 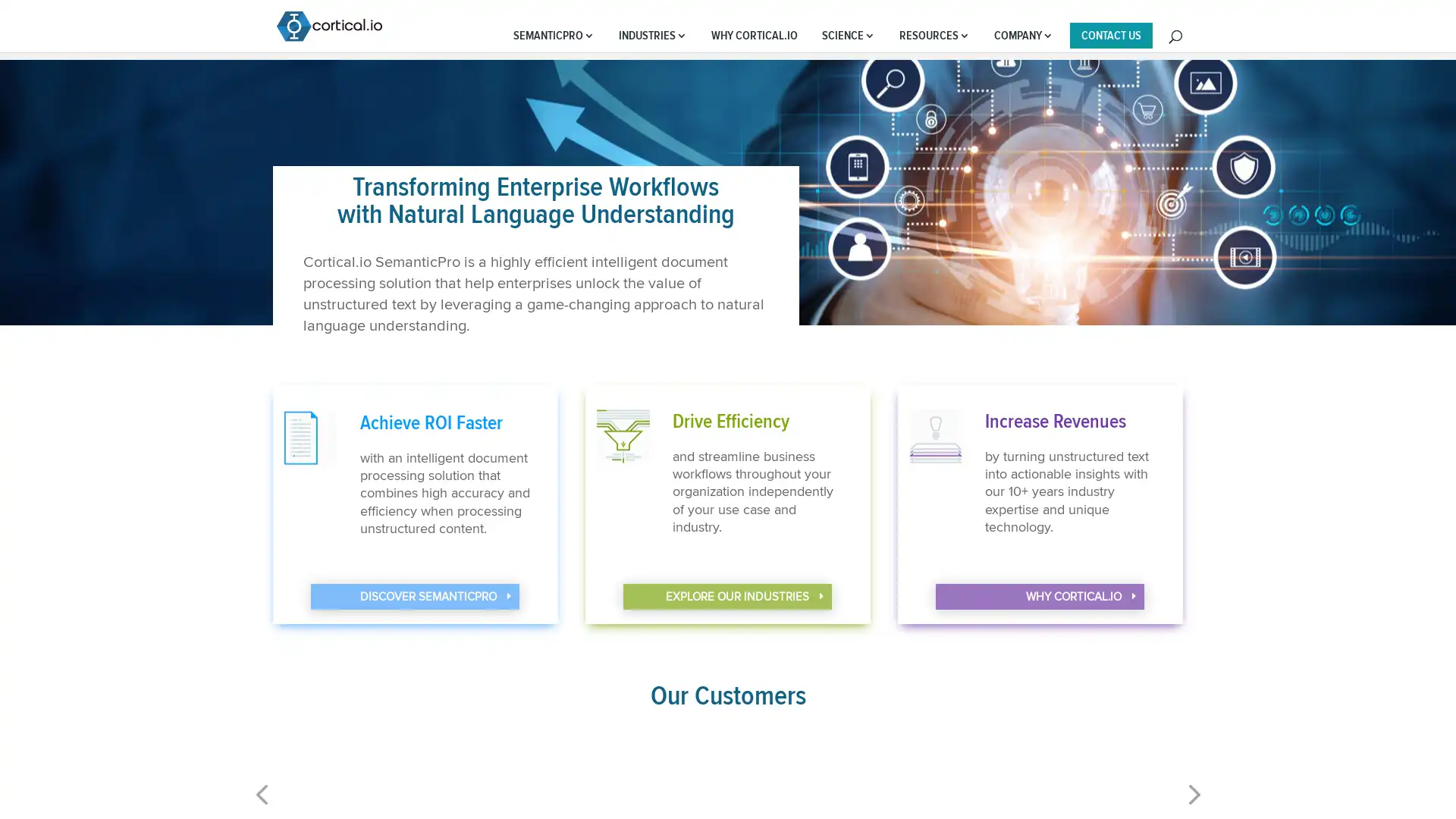 I want to click on Previous Item, so click(x=1191, y=803).